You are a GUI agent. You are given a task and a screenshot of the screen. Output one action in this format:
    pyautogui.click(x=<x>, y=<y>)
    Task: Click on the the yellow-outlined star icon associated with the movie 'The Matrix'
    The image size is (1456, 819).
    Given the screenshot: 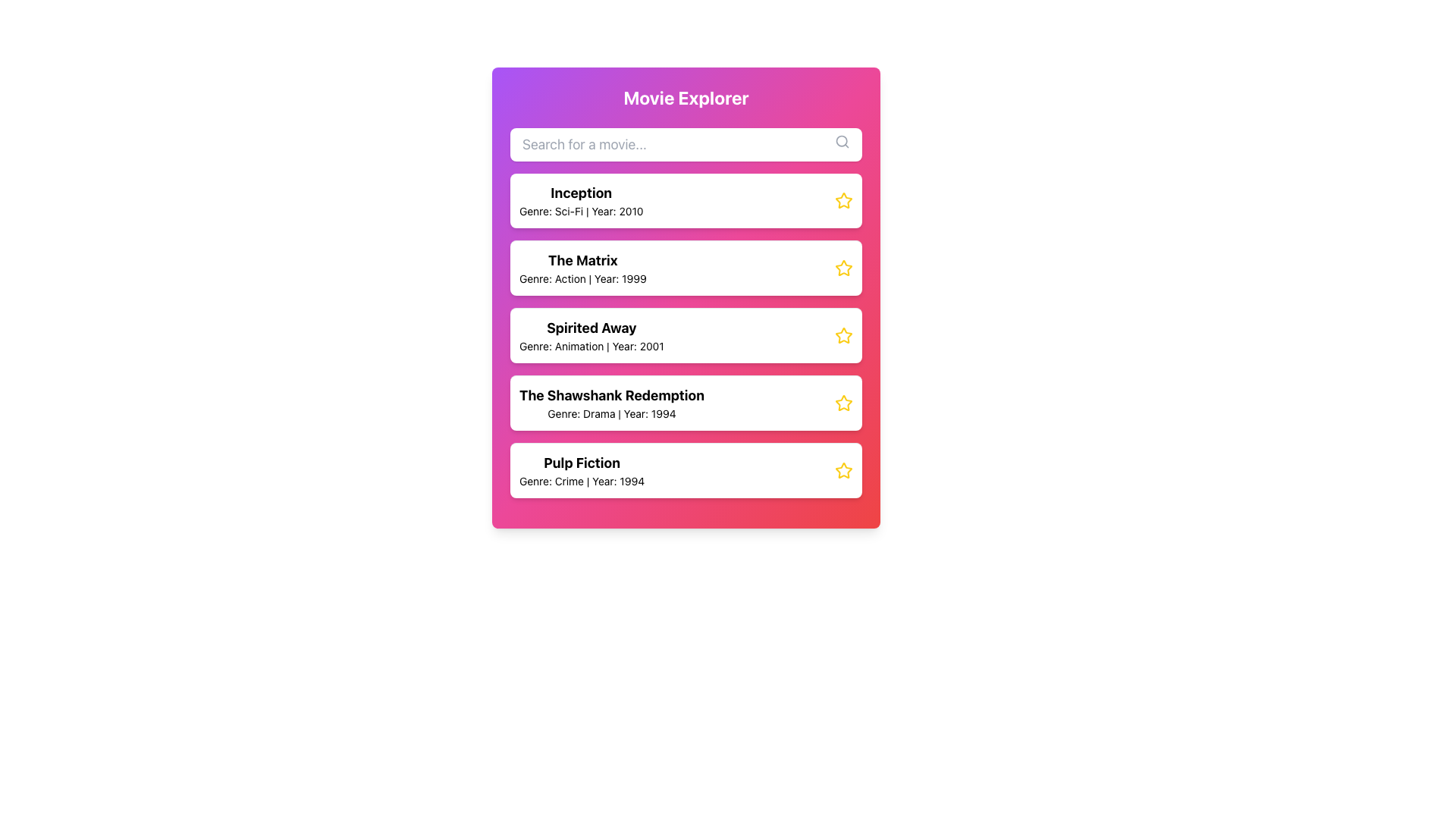 What is the action you would take?
    pyautogui.click(x=852, y=267)
    